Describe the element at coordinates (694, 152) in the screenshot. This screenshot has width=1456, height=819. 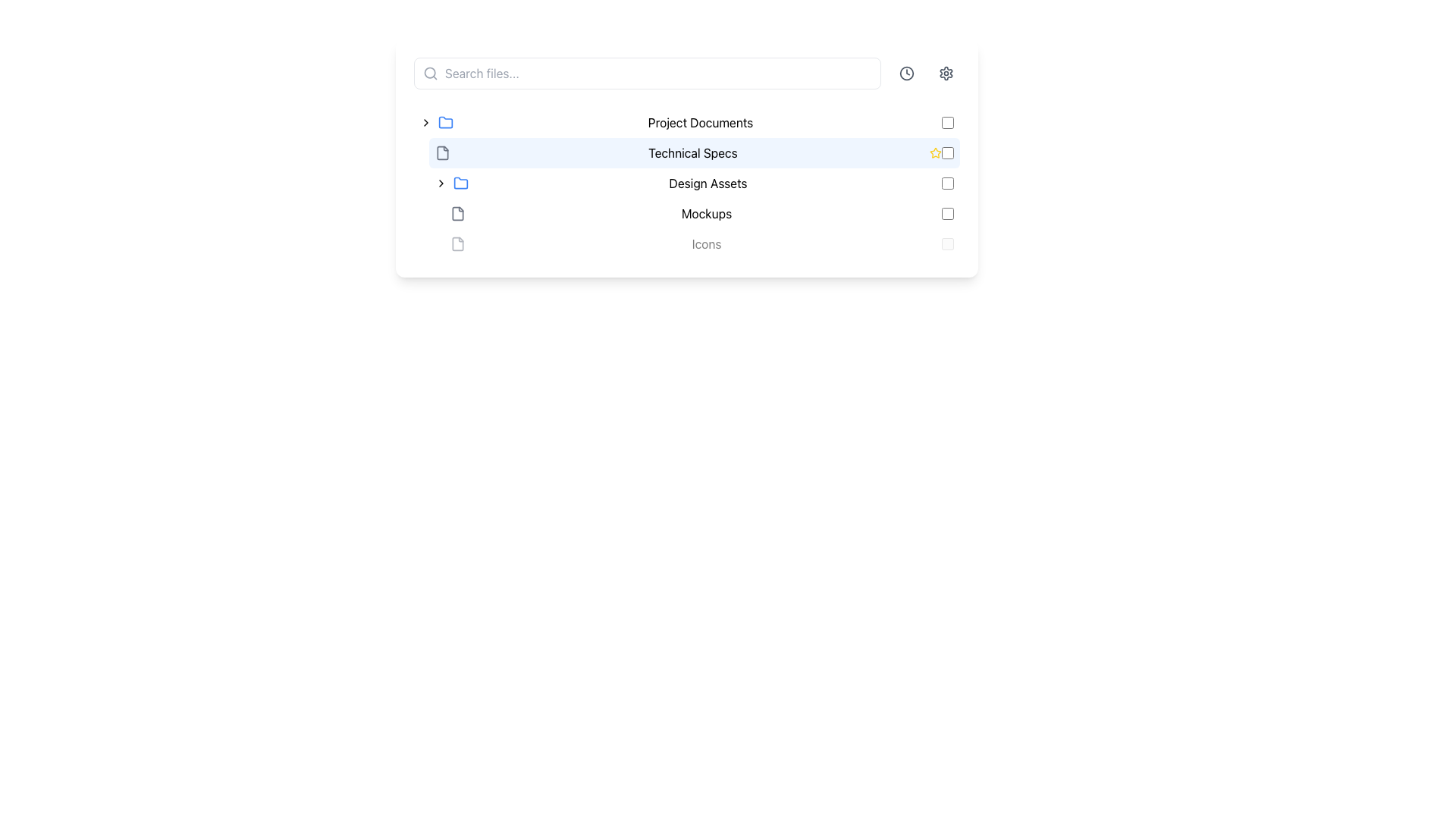
I see `the selectable list item labeled 'Technical Specs', which is the second item from the top in a vertical list, positioned directly beneath 'Project Documents'` at that location.